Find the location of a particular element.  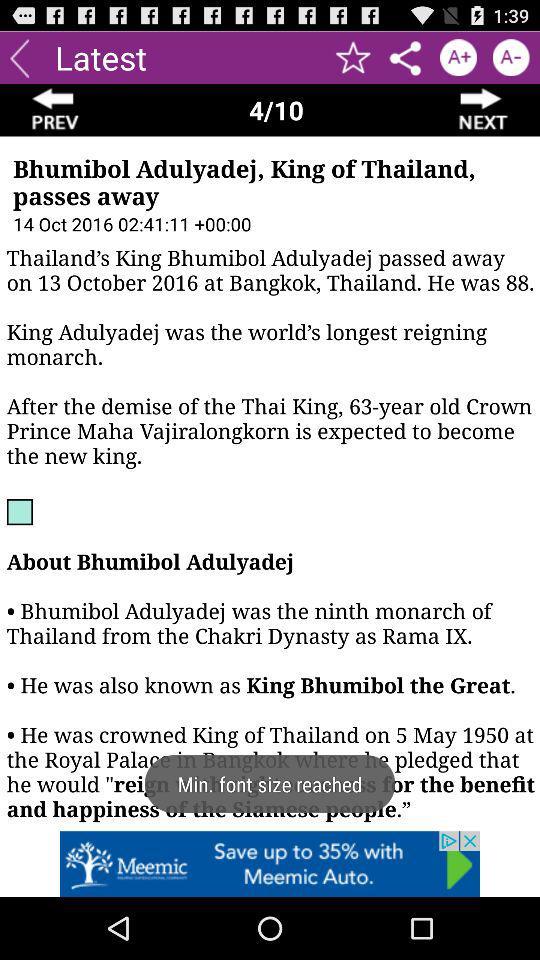

bigger font size is located at coordinates (458, 56).